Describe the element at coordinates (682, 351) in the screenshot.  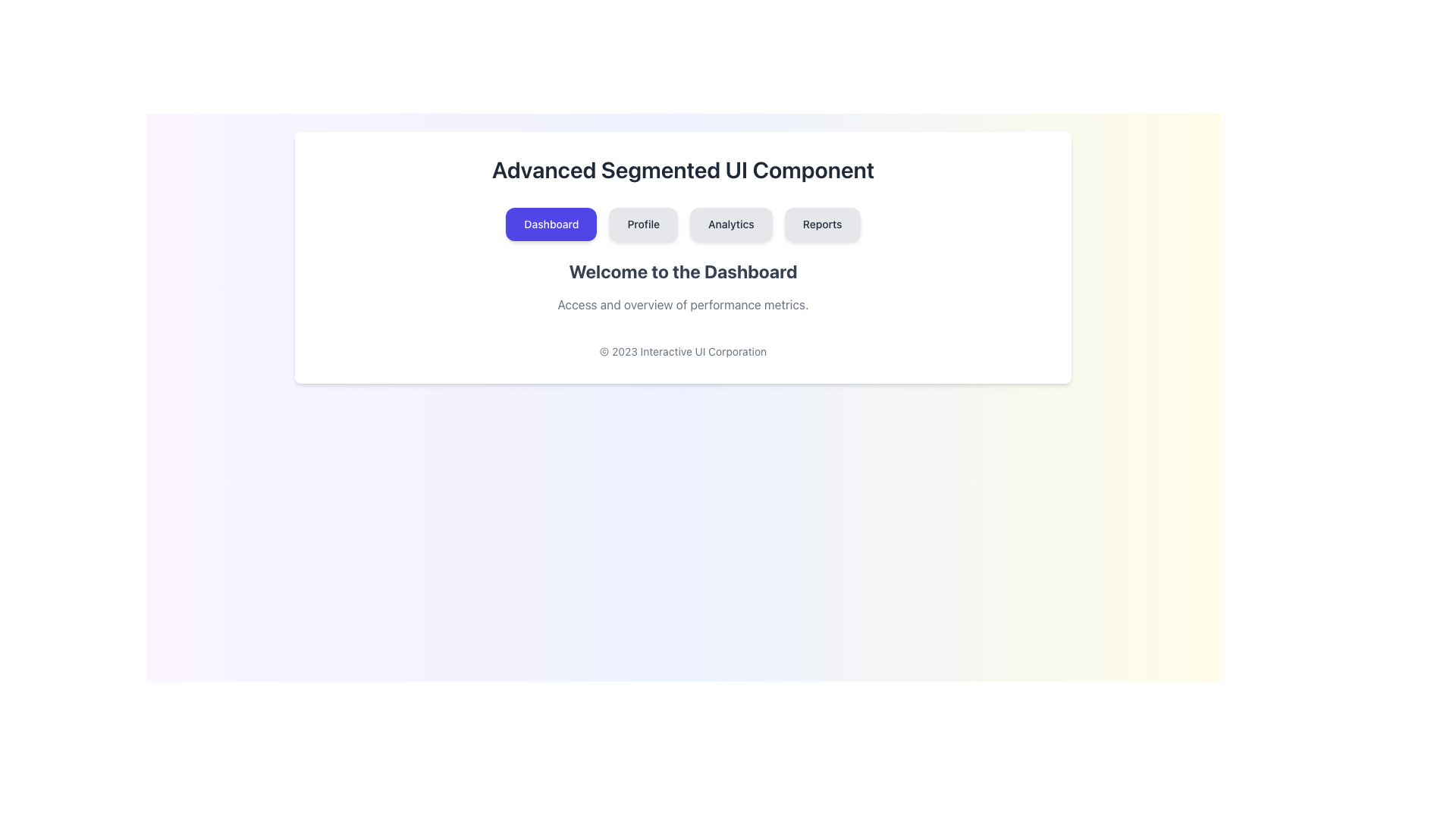
I see `the footer text label that provides legal or informational context about the application, positioned immediately below the 'Access and overview of performance metrics.'` at that location.